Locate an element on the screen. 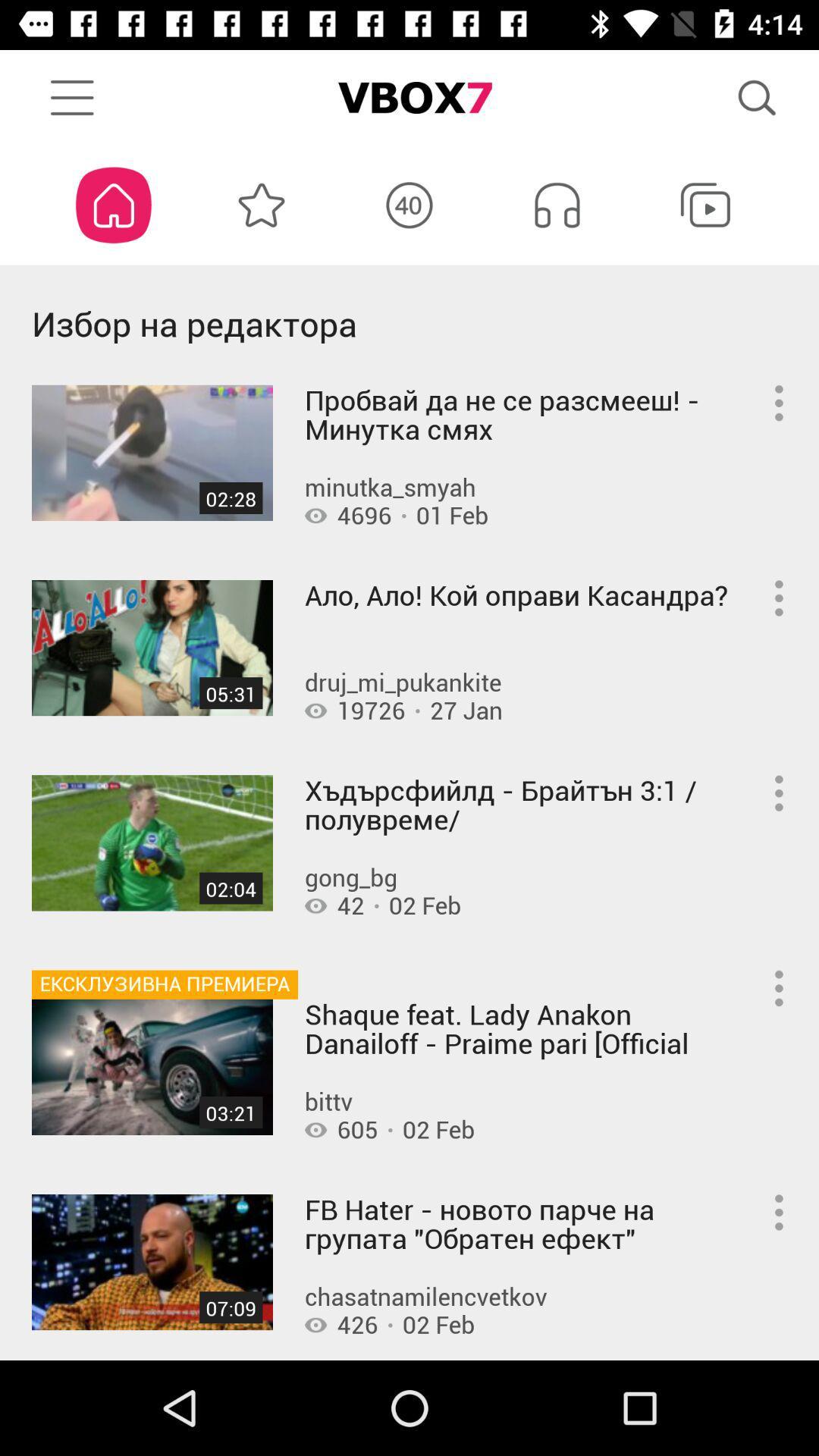 The image size is (819, 1456). the third video box showing 0204 seconds is located at coordinates (152, 843).